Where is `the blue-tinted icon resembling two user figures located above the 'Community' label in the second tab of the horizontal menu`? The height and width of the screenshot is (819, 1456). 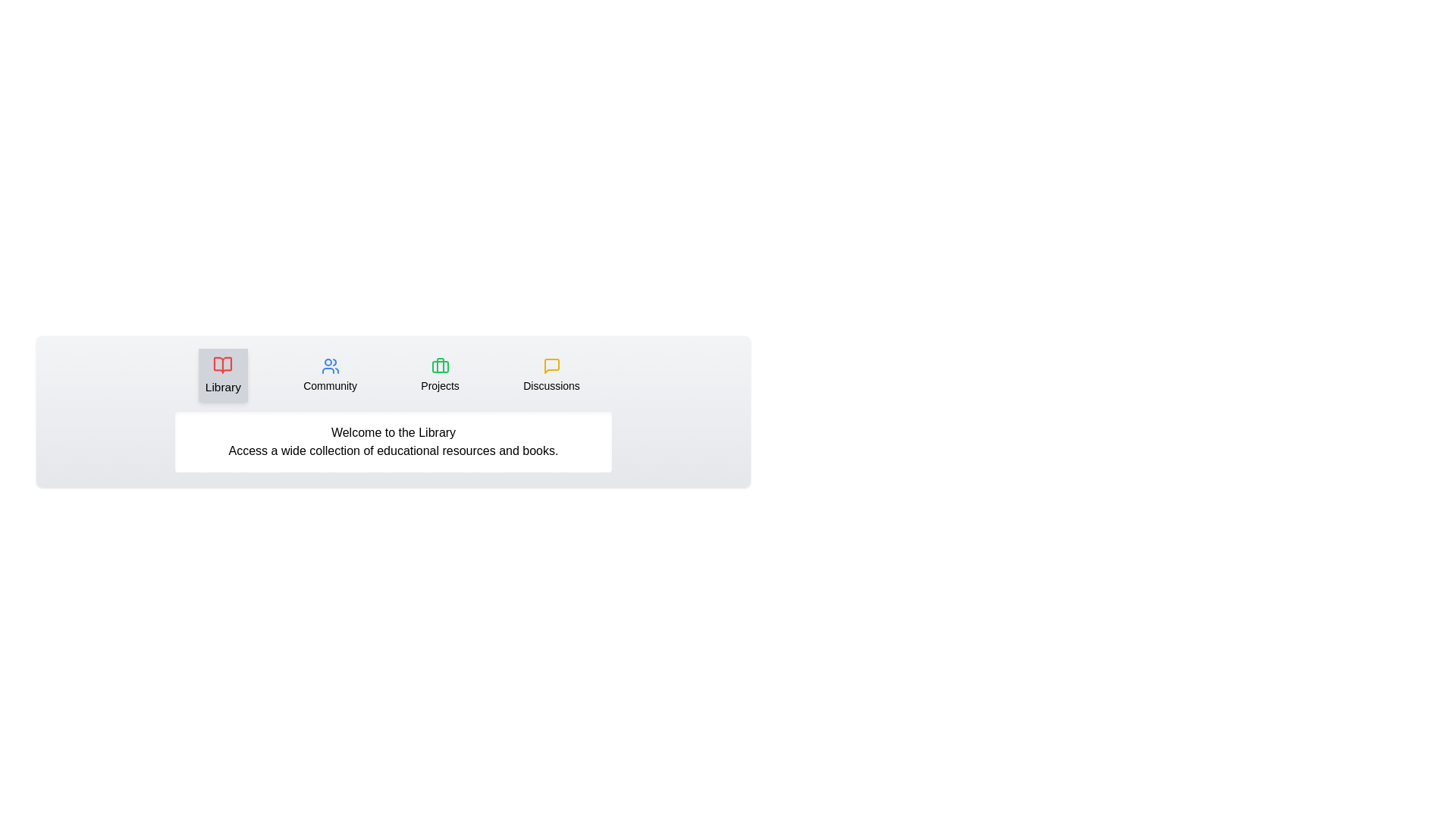 the blue-tinted icon resembling two user figures located above the 'Community' label in the second tab of the horizontal menu is located at coordinates (329, 366).